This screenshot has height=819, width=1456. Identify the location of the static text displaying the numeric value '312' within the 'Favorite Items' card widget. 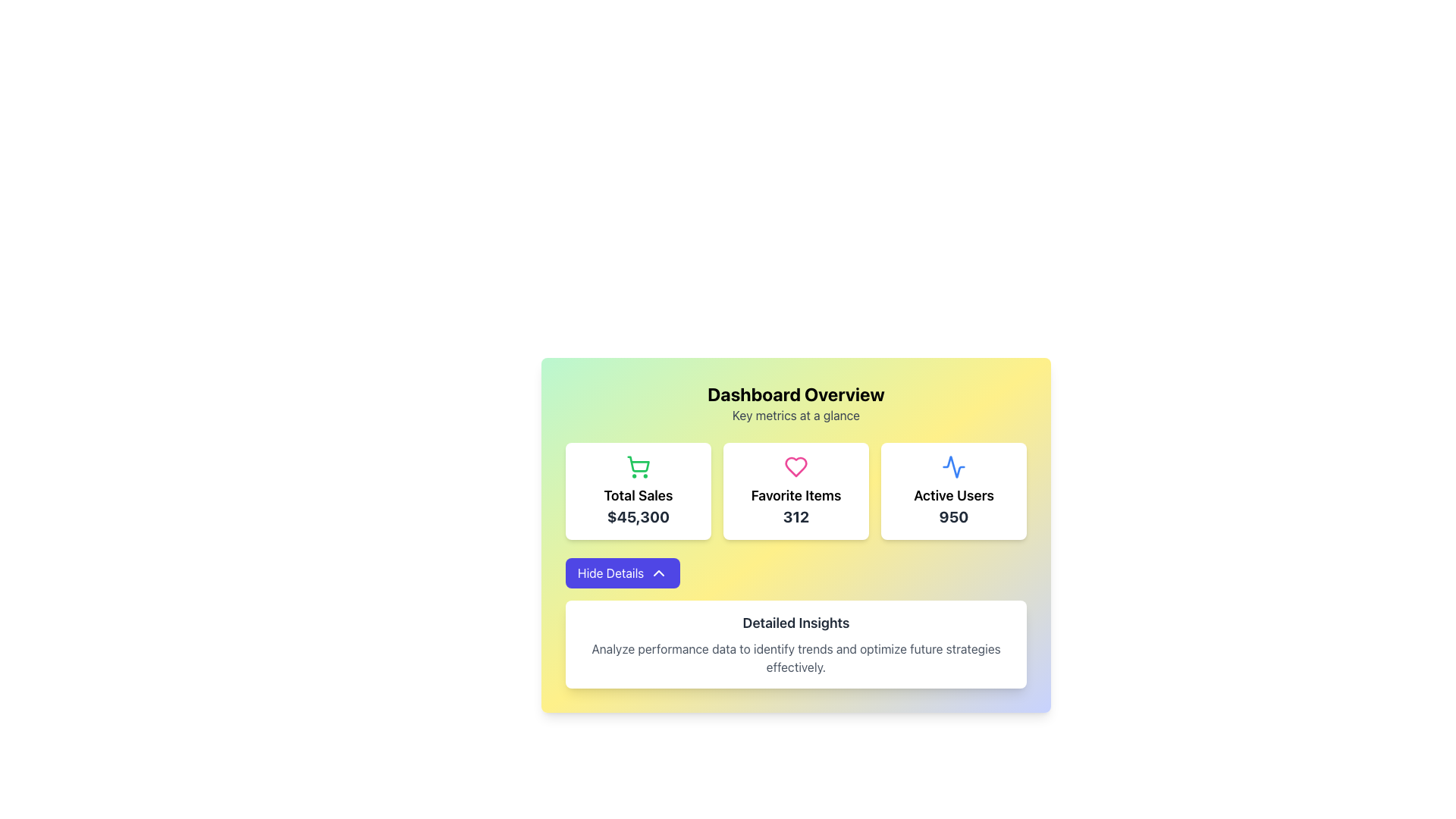
(795, 516).